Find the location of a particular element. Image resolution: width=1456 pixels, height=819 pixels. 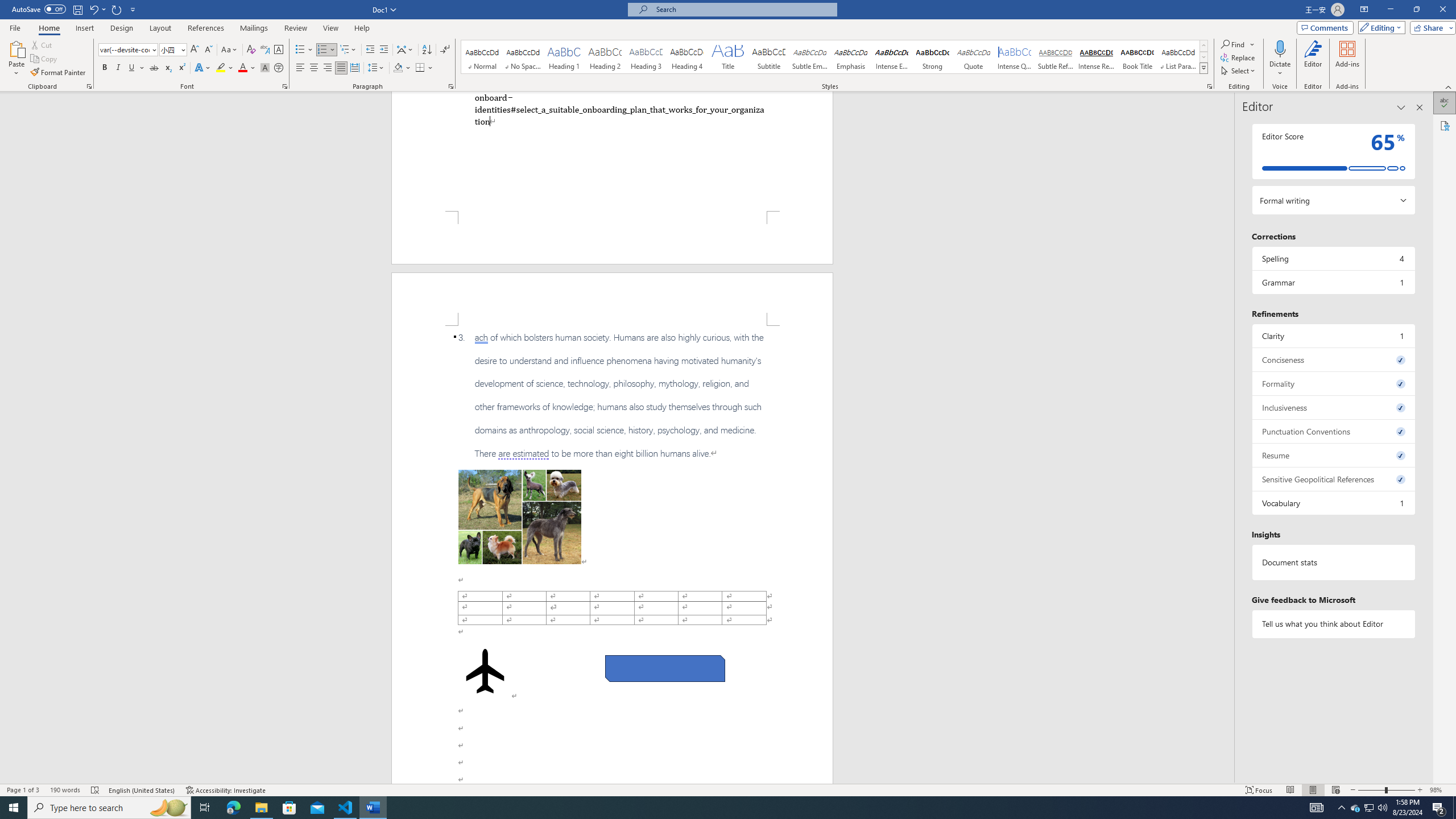

'Conciseness, 0 issues. Press space or enter to review items.' is located at coordinates (1333, 359).